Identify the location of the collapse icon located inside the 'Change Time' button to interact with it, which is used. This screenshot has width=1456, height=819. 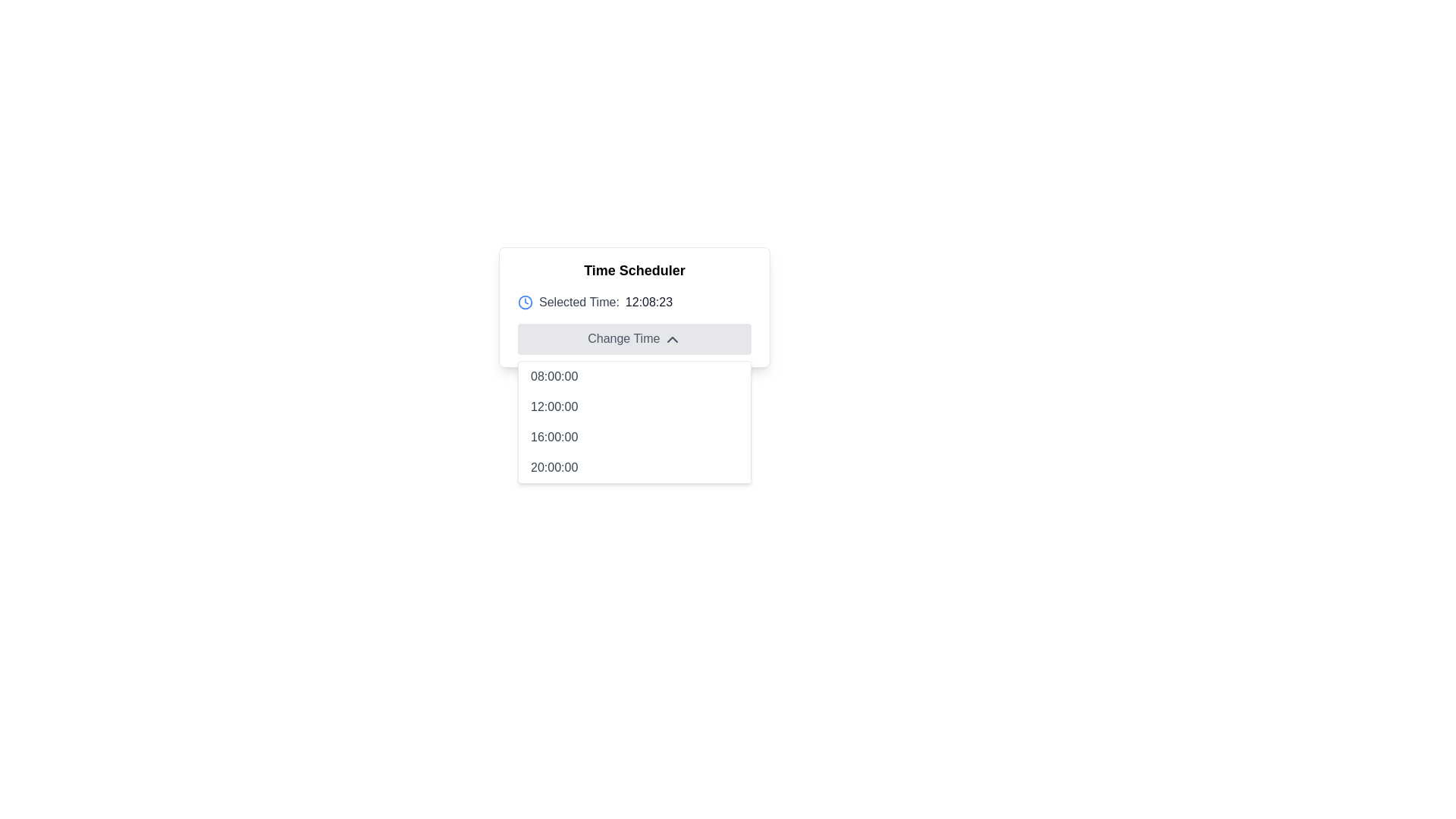
(671, 338).